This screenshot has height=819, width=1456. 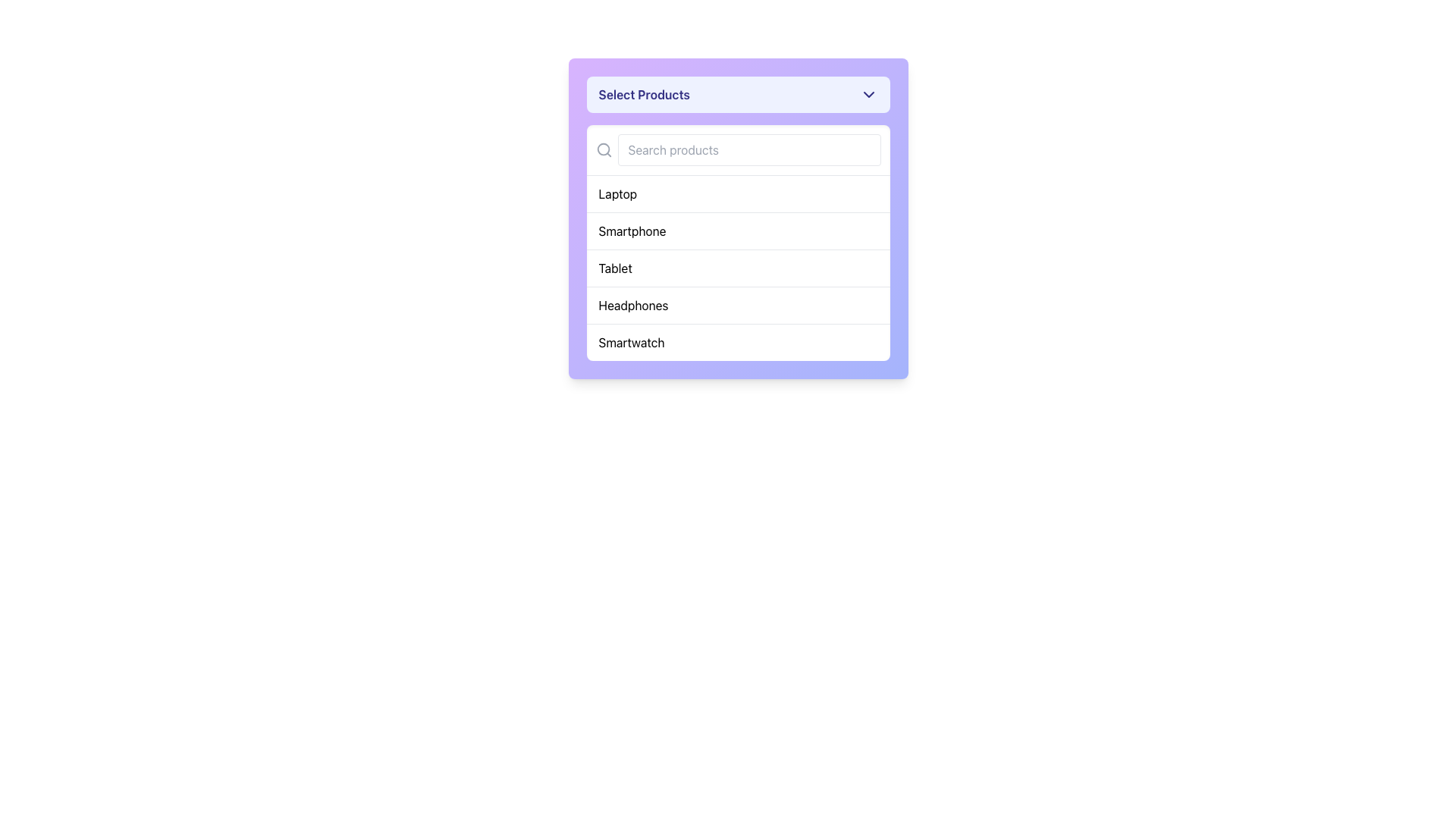 I want to click on the Dropdown button located in the upper section of a panel with a purple gradient background to indicate interactivity, so click(x=738, y=94).